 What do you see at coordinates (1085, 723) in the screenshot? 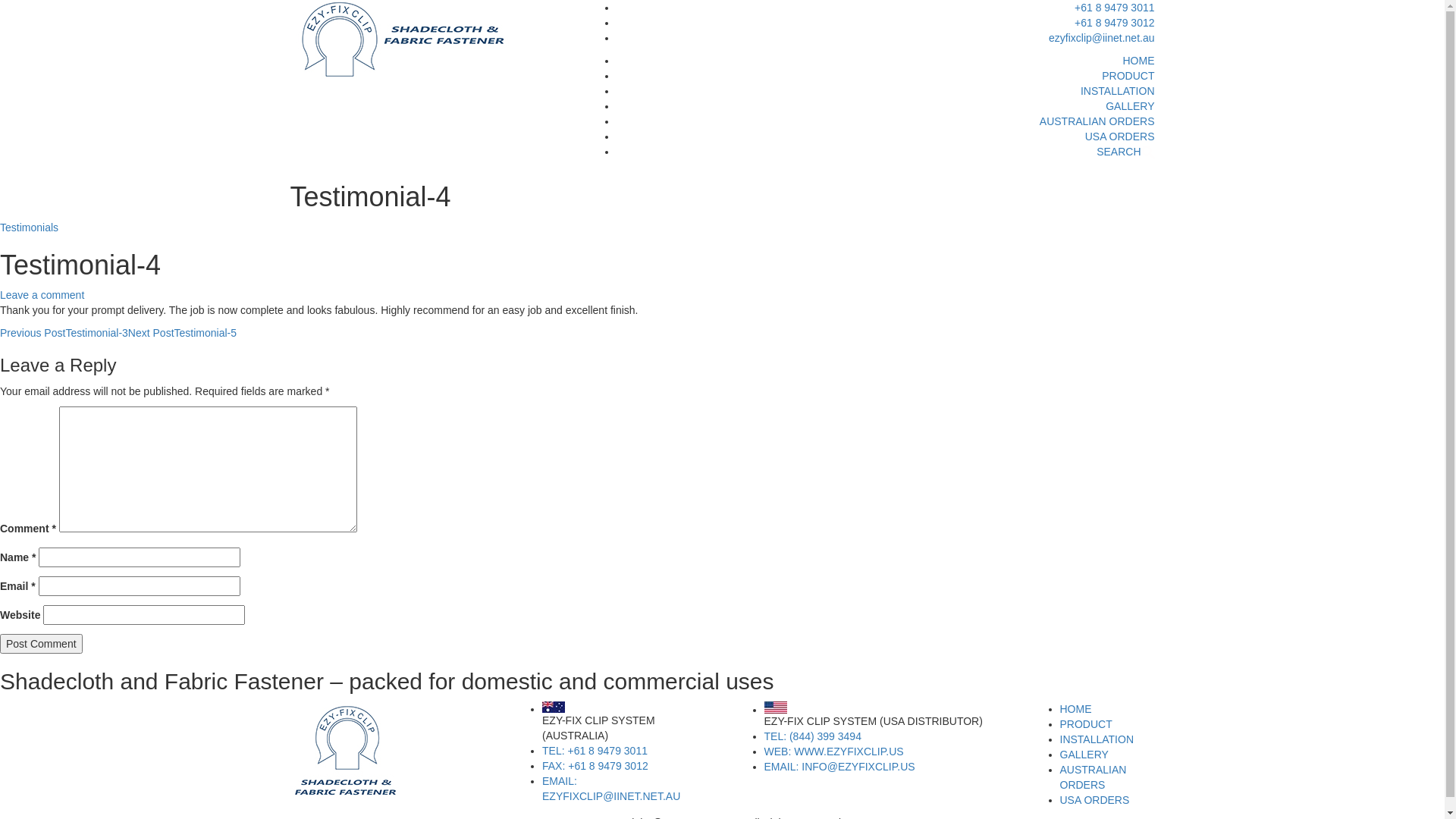
I see `'PRODUCT'` at bounding box center [1085, 723].